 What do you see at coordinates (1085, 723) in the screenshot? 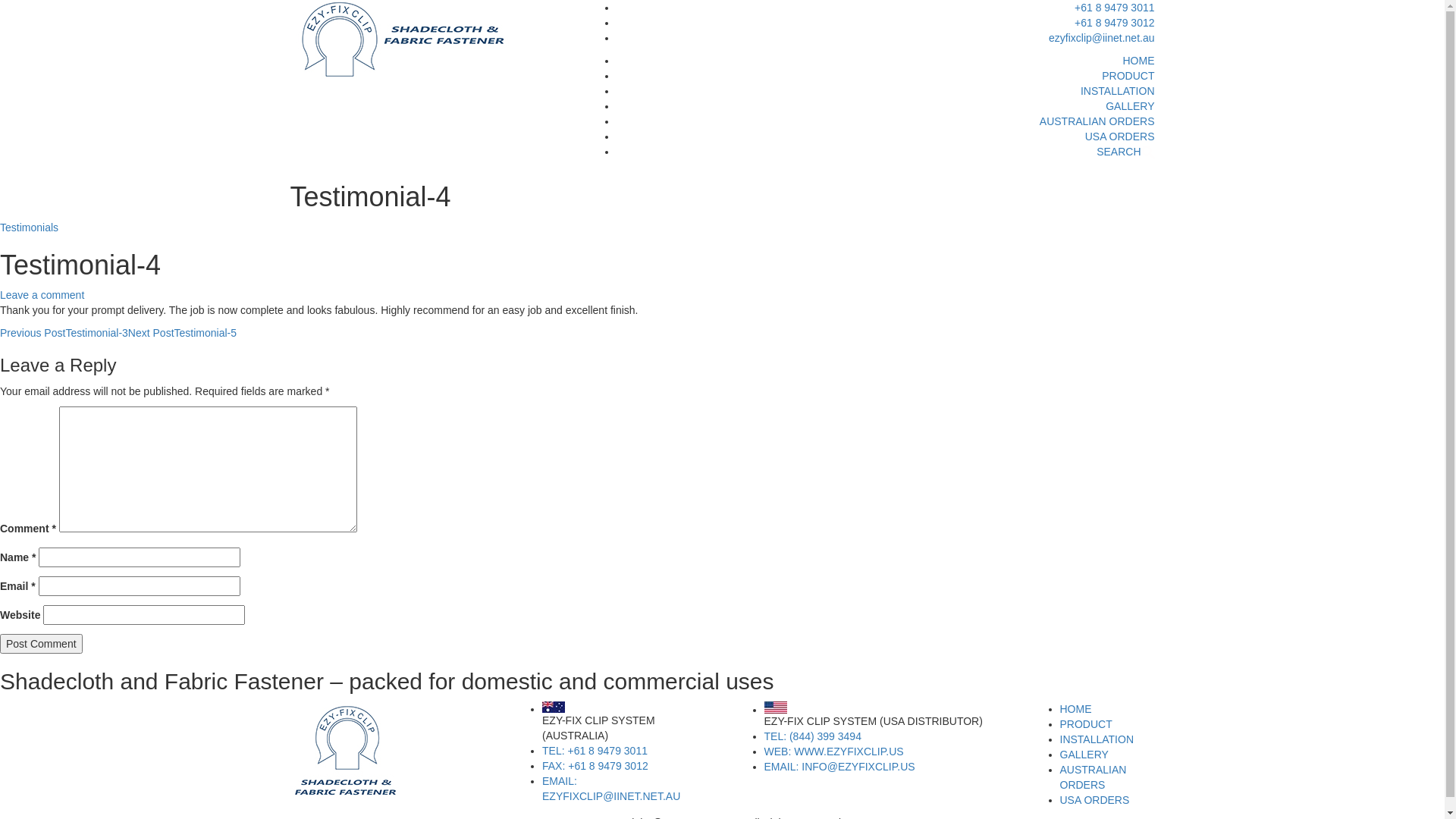
I see `'PRODUCT'` at bounding box center [1085, 723].